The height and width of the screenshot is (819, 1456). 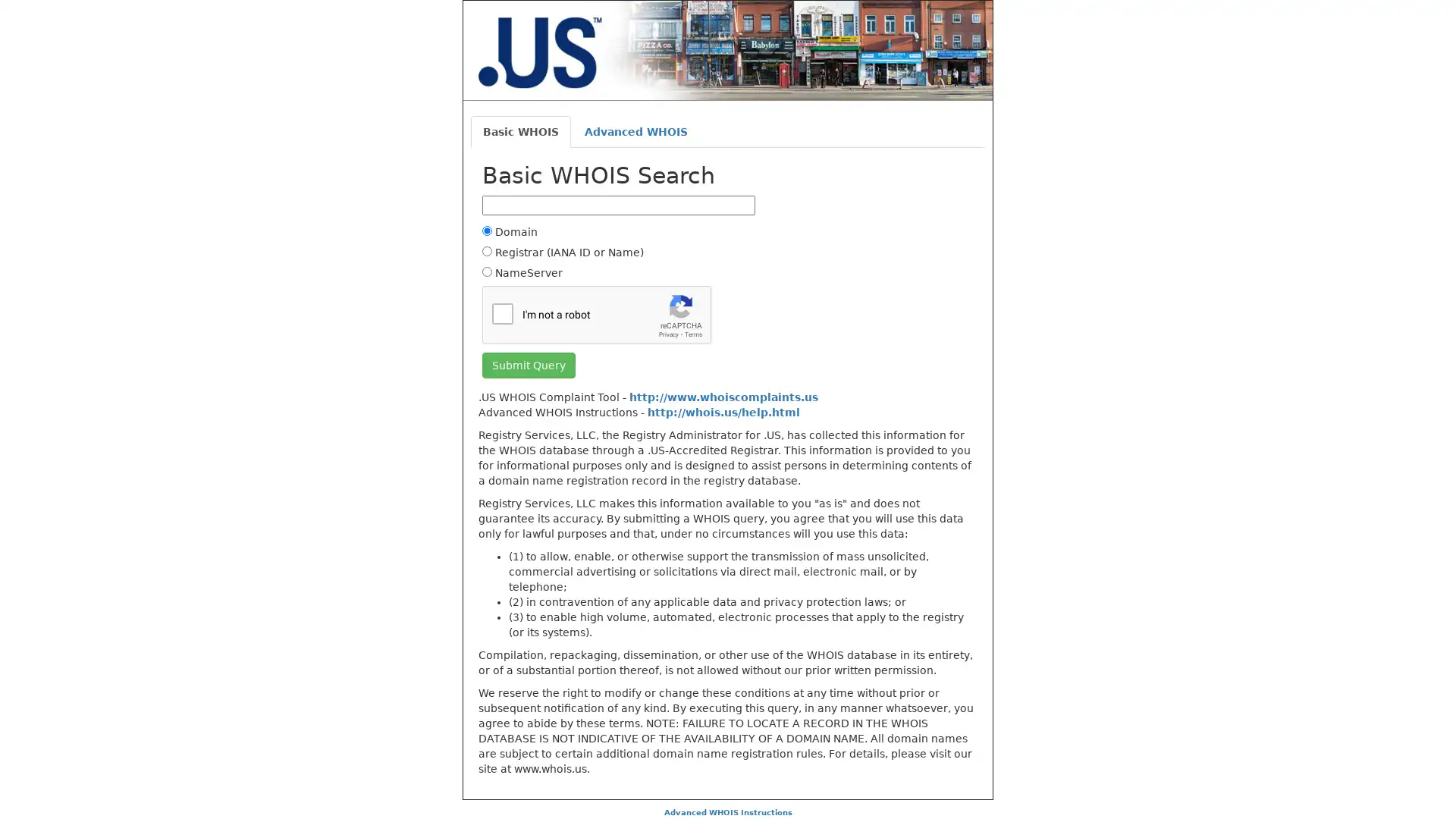 What do you see at coordinates (529, 365) in the screenshot?
I see `Submit Query` at bounding box center [529, 365].